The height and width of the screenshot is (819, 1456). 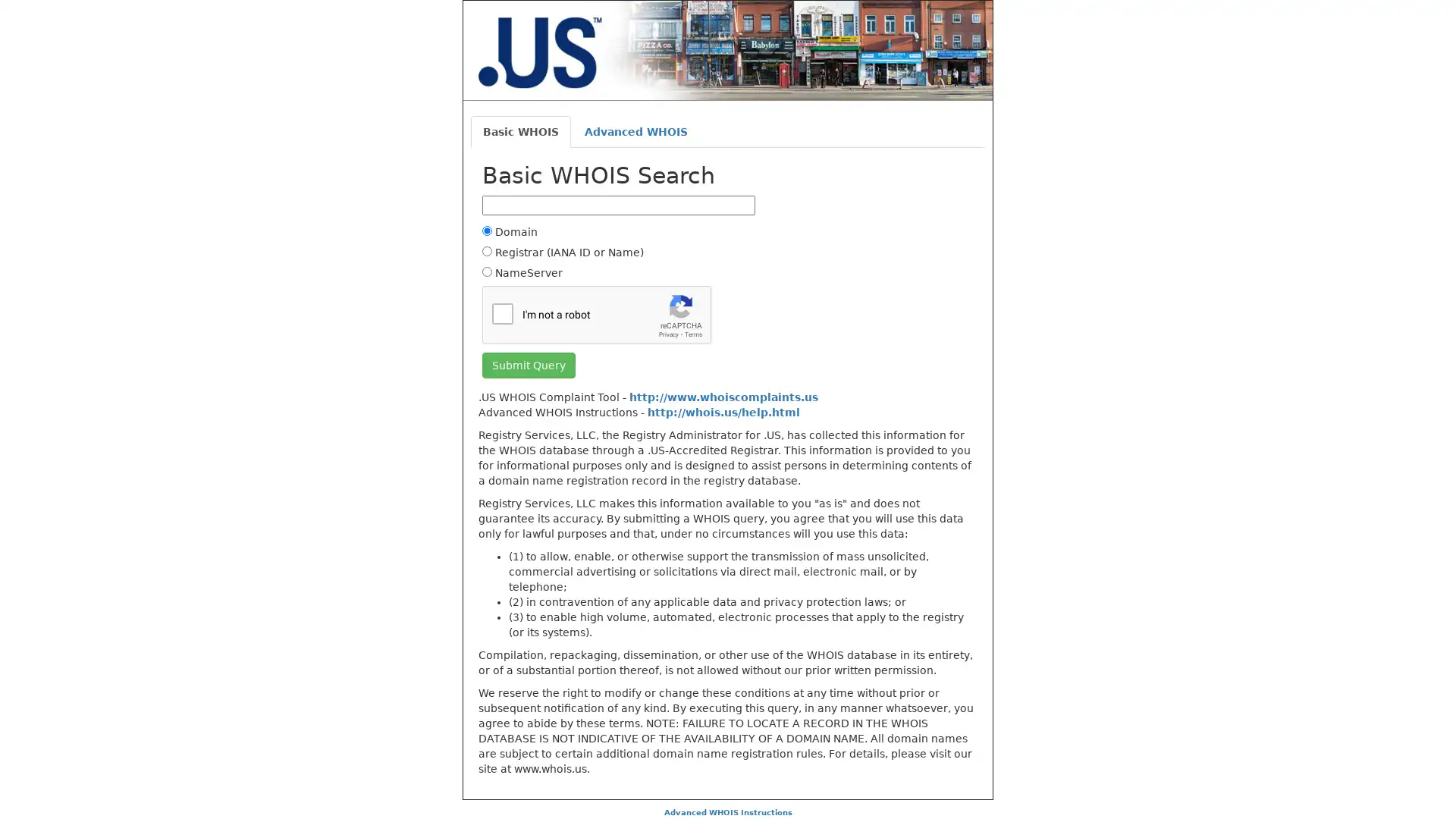 What do you see at coordinates (529, 365) in the screenshot?
I see `Submit Query` at bounding box center [529, 365].